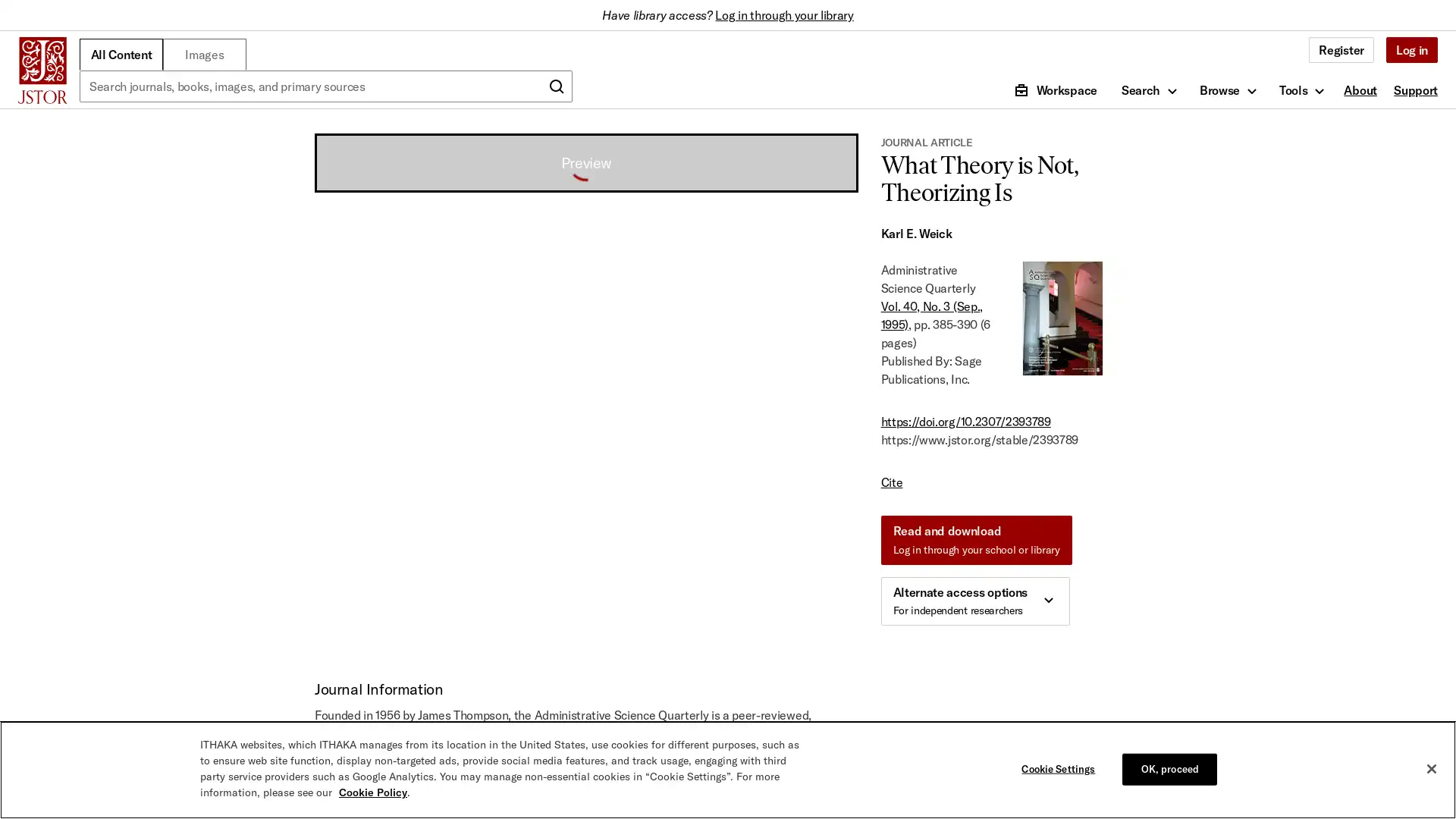 This screenshot has width=1456, height=819. What do you see at coordinates (556, 86) in the screenshot?
I see `Submit search` at bounding box center [556, 86].